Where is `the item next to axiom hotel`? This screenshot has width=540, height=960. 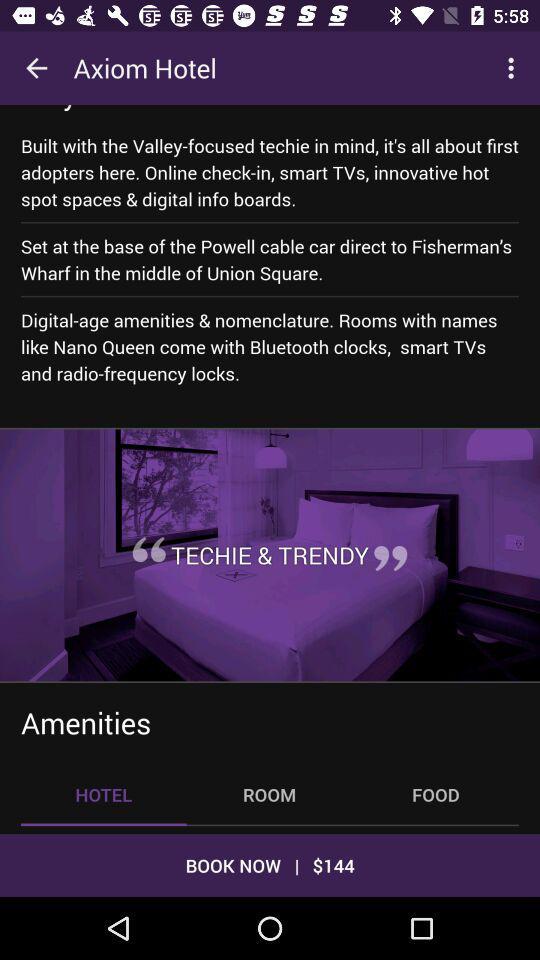
the item next to axiom hotel is located at coordinates (513, 68).